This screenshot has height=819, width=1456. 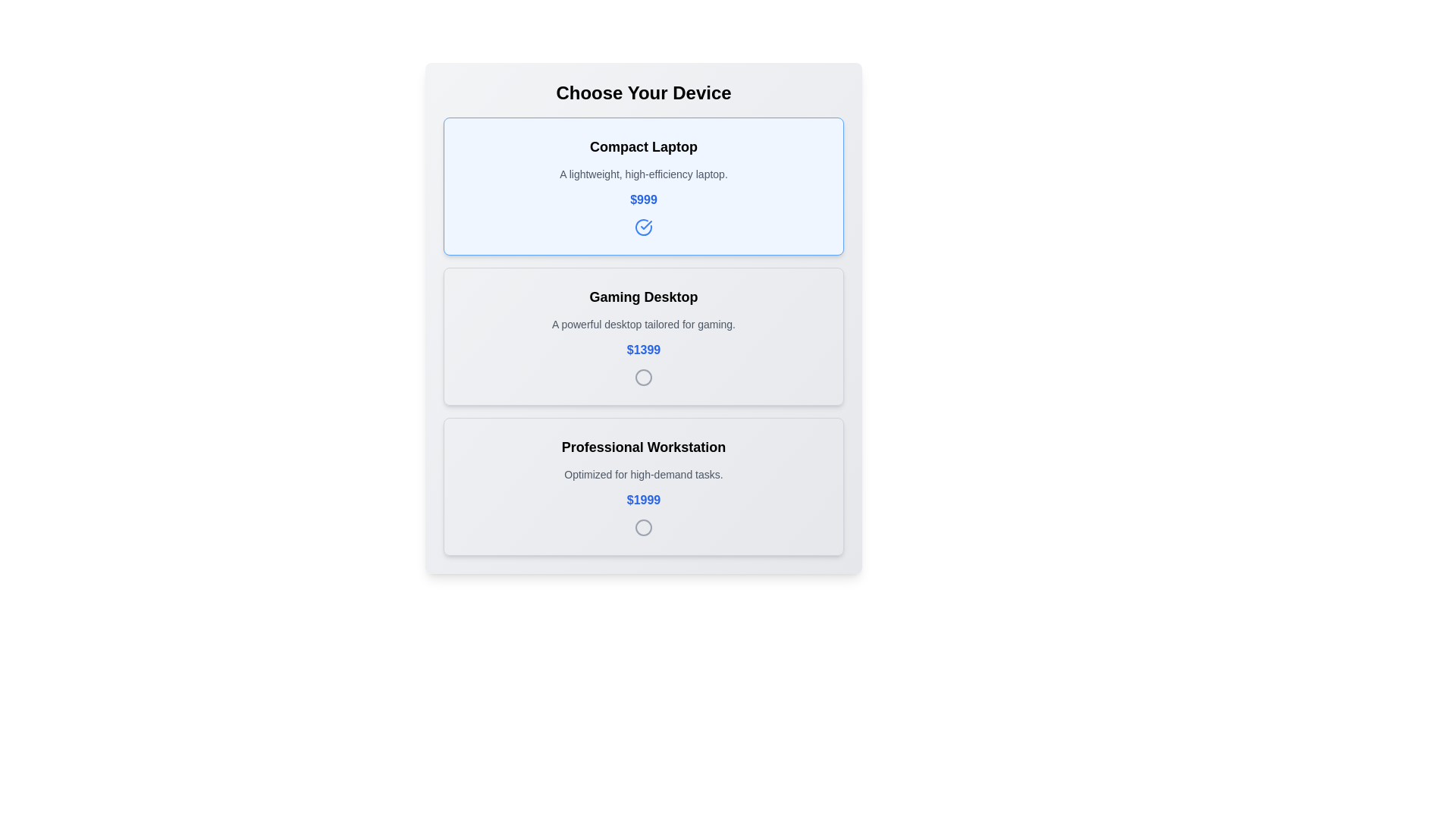 What do you see at coordinates (644, 447) in the screenshot?
I see `title text that identifies the 'Professional Workstation' located at the top of the bordered box containing product details` at bounding box center [644, 447].